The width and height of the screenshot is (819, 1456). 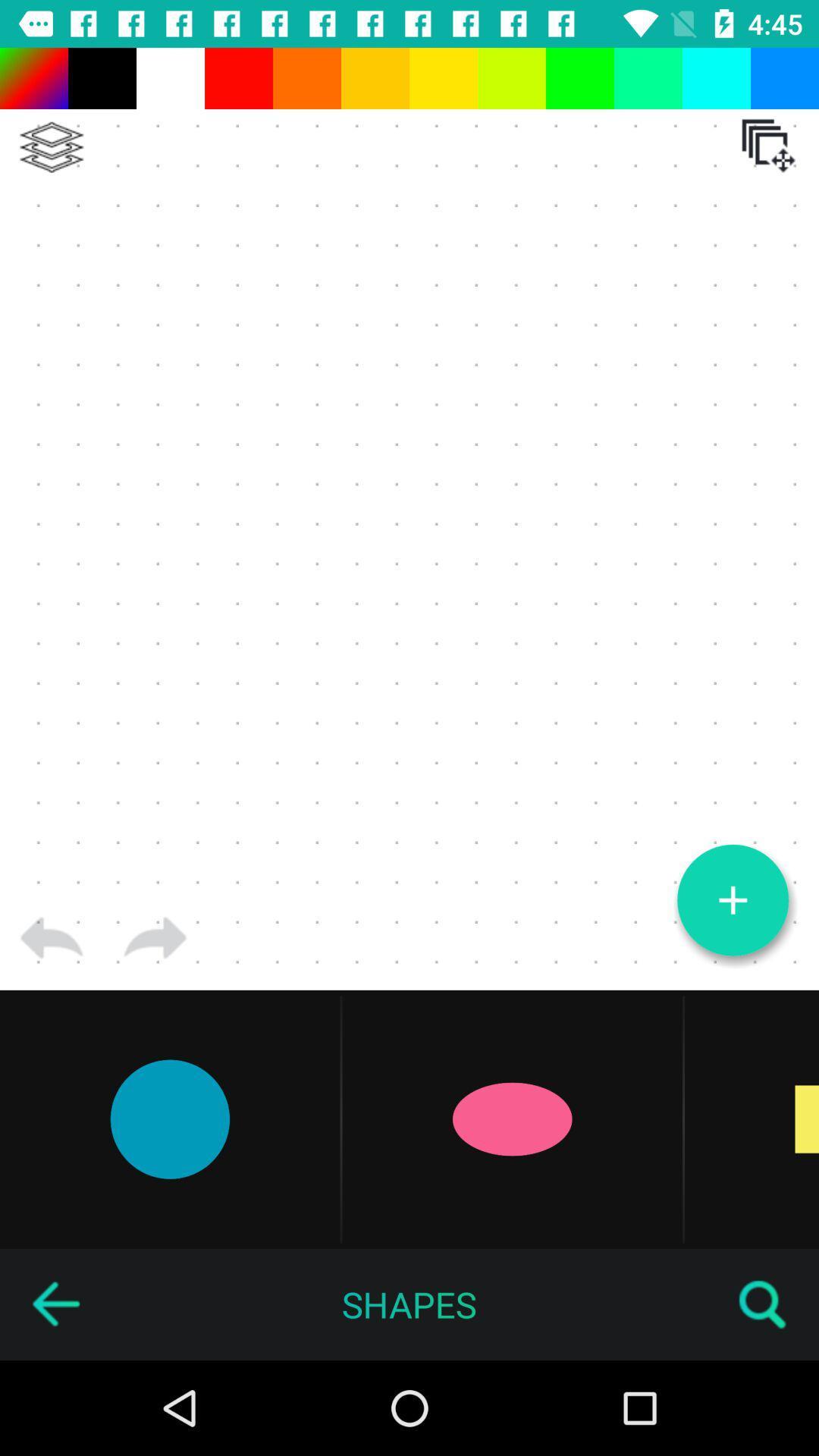 I want to click on undo an undo, so click(x=155, y=937).